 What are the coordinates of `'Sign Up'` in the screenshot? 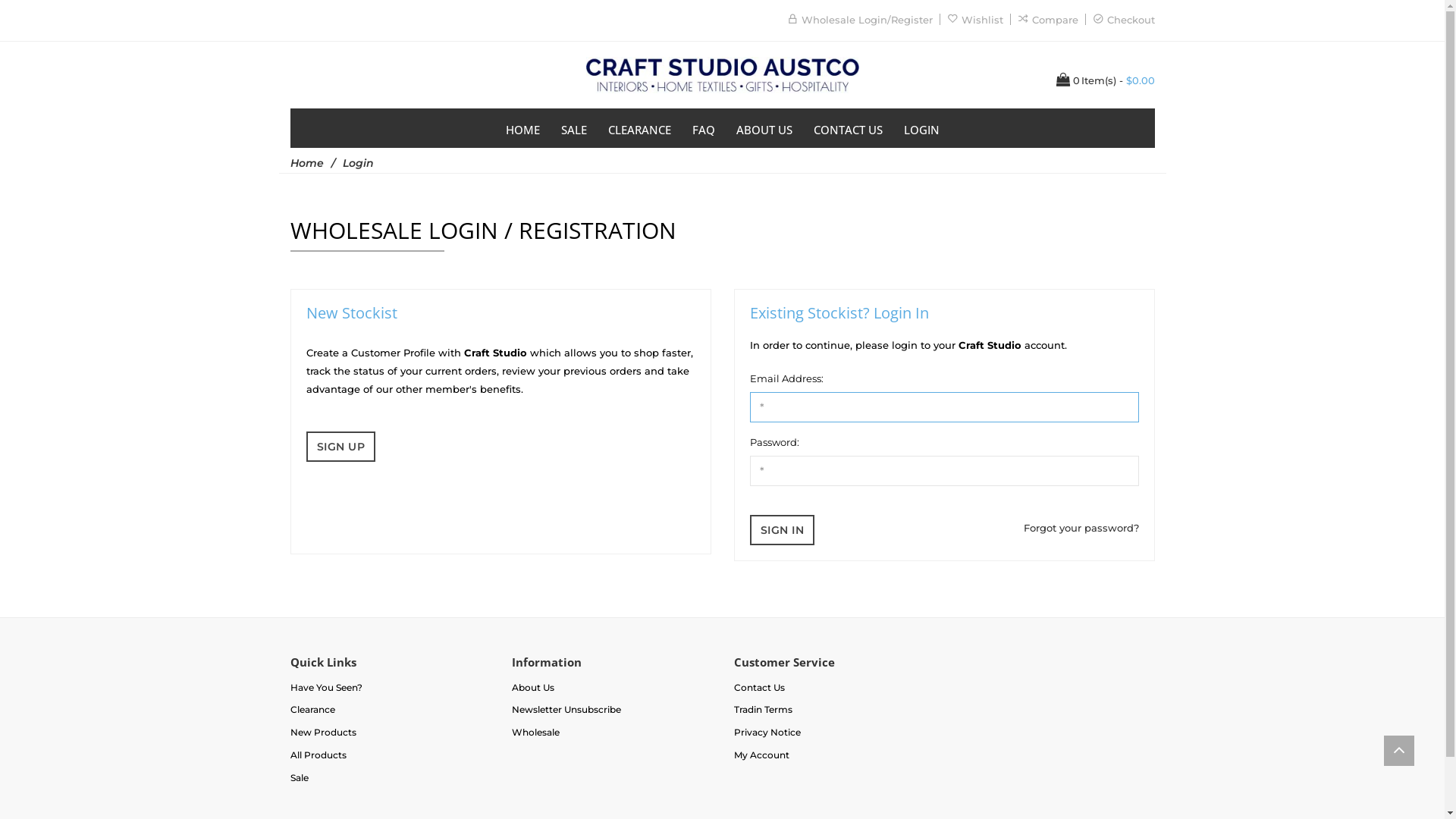 It's located at (340, 446).